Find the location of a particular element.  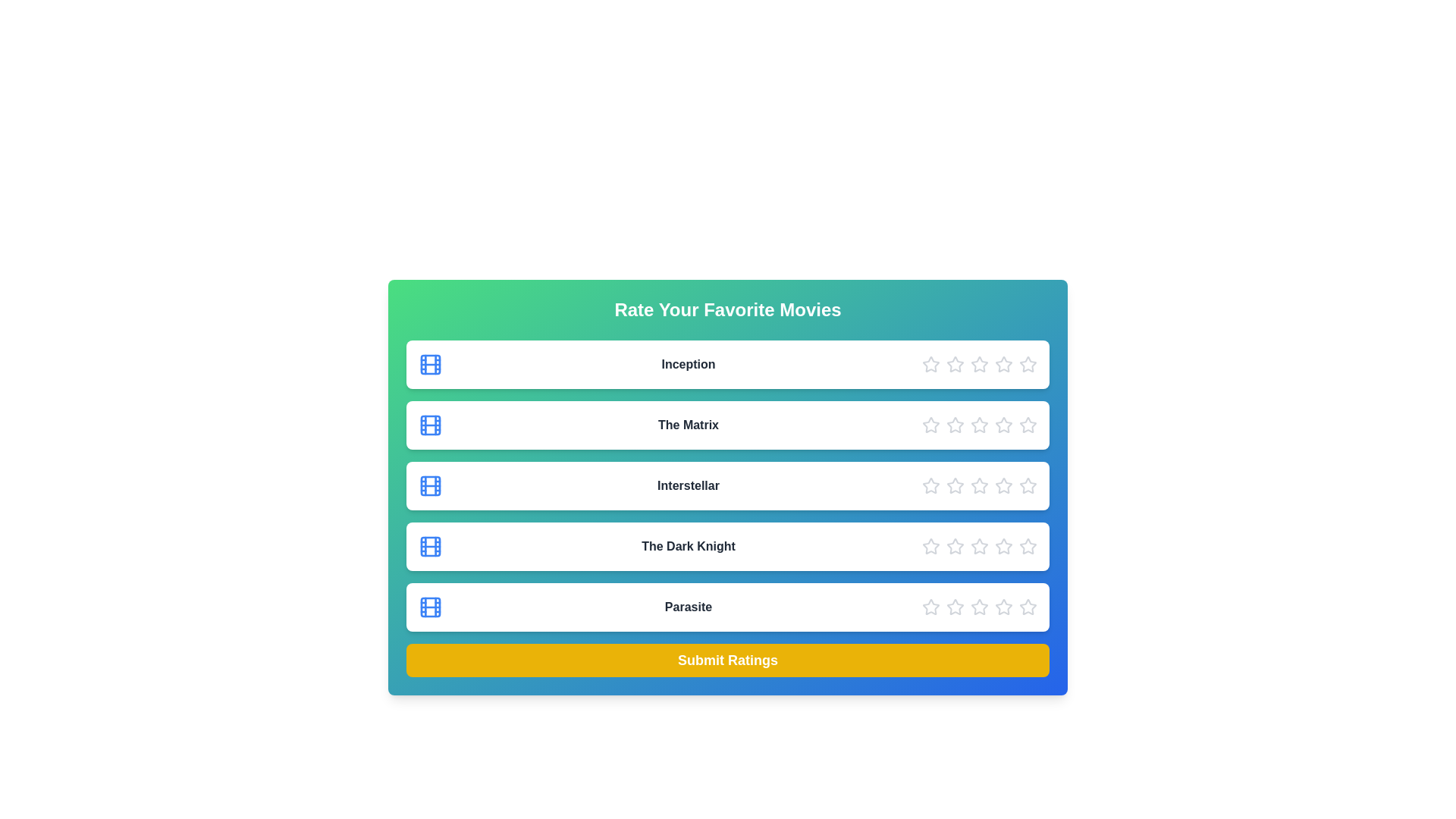

the star corresponding to 2 to preview the rating is located at coordinates (954, 365).